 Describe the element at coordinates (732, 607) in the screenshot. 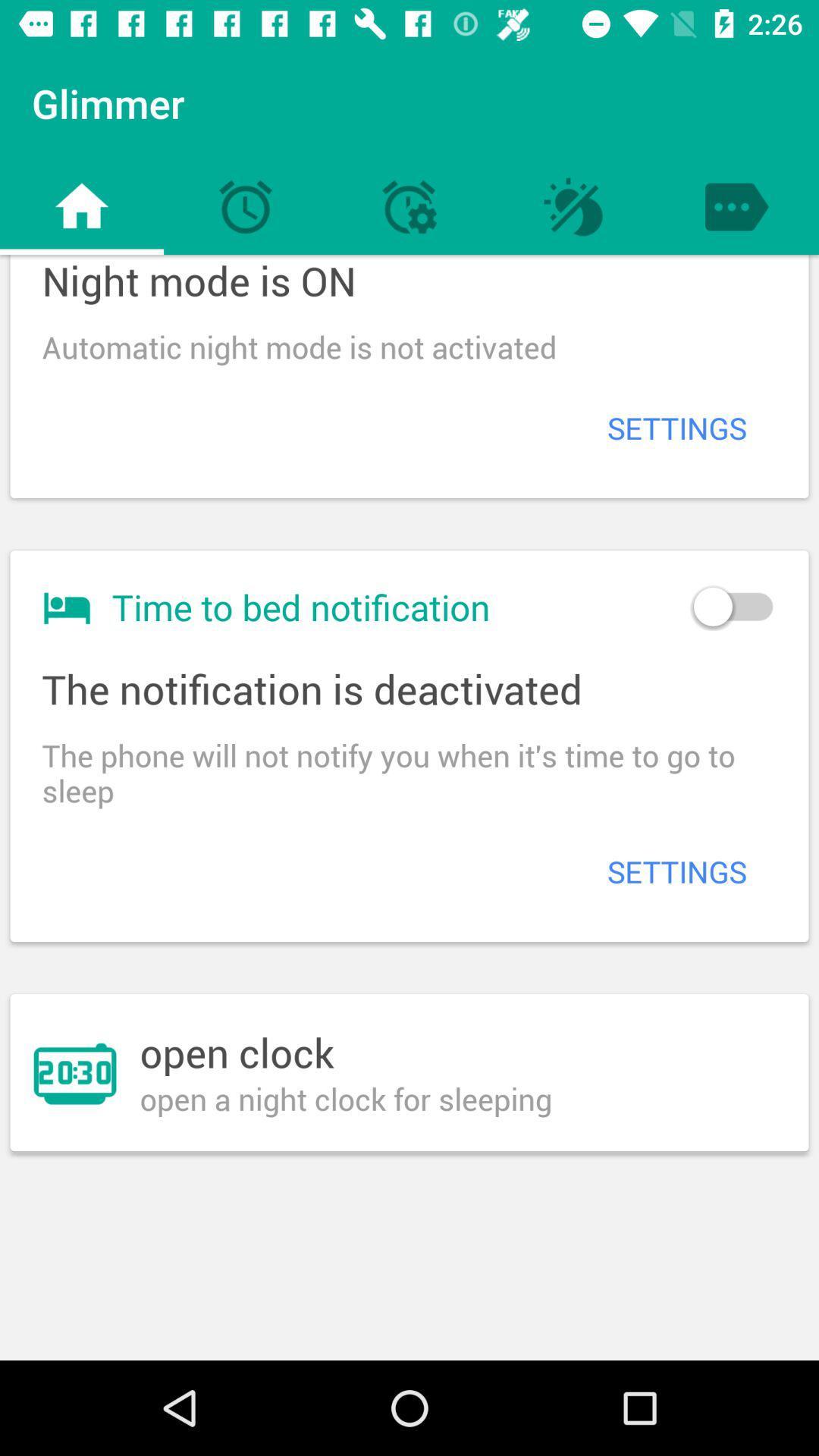

I see `the icon above the the notification is` at that location.